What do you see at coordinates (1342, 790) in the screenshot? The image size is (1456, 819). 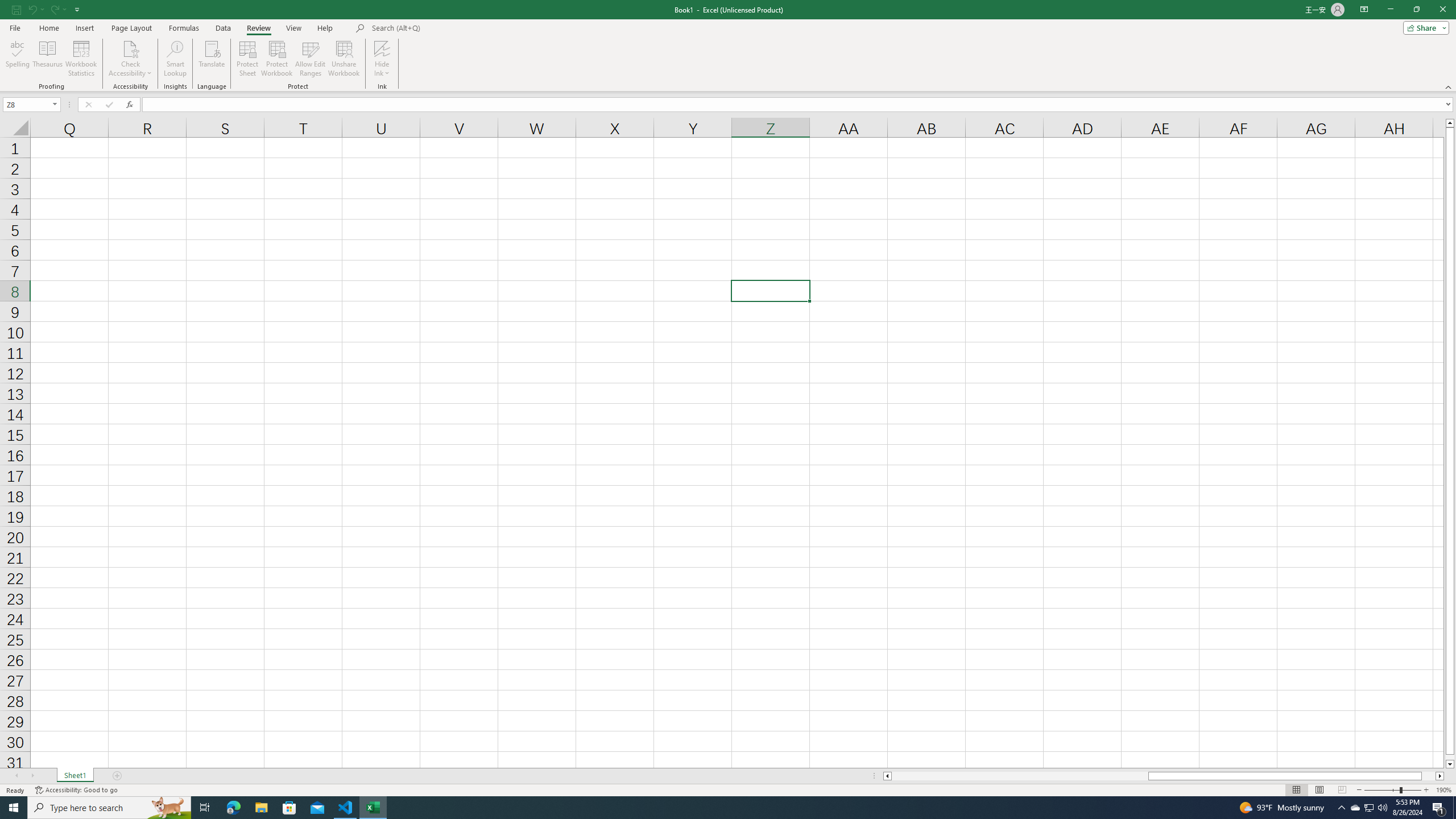 I see `'Page Break Preview'` at bounding box center [1342, 790].